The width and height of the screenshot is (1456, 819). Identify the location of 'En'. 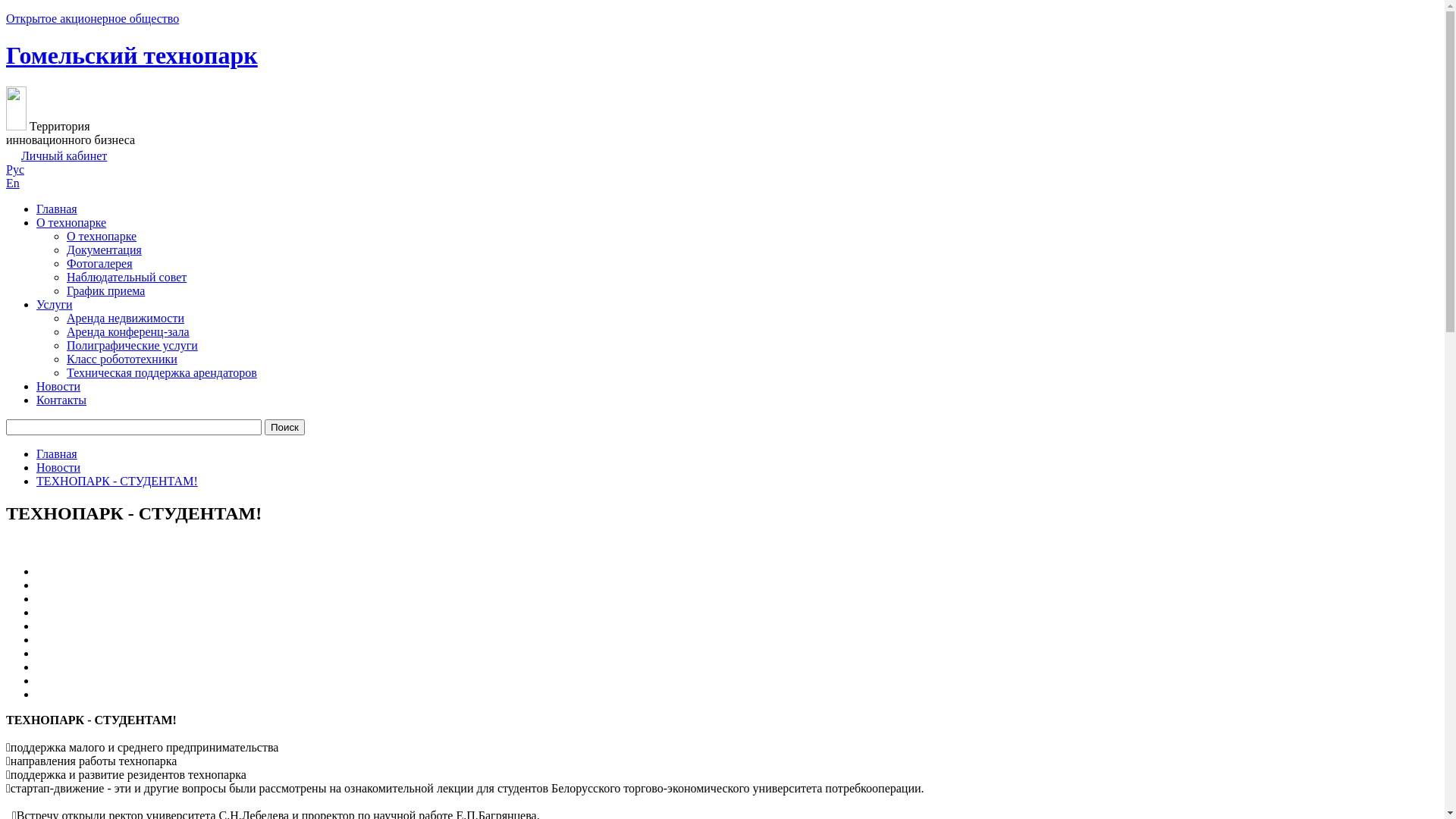
(13, 182).